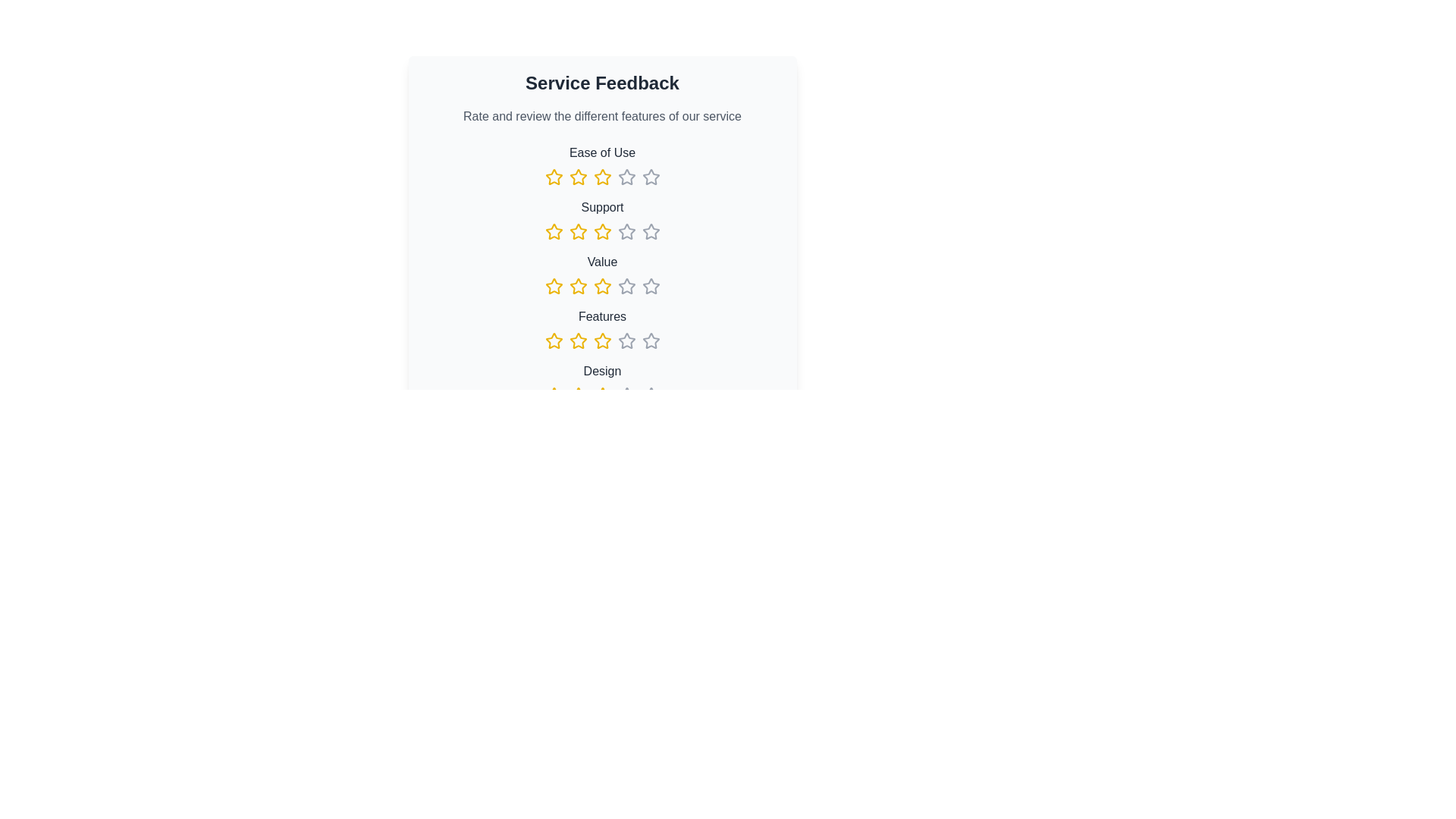 The width and height of the screenshot is (1456, 819). Describe the element at coordinates (601, 287) in the screenshot. I see `the fourth star in the row of five to rate the 'Value' category in the feedback form` at that location.